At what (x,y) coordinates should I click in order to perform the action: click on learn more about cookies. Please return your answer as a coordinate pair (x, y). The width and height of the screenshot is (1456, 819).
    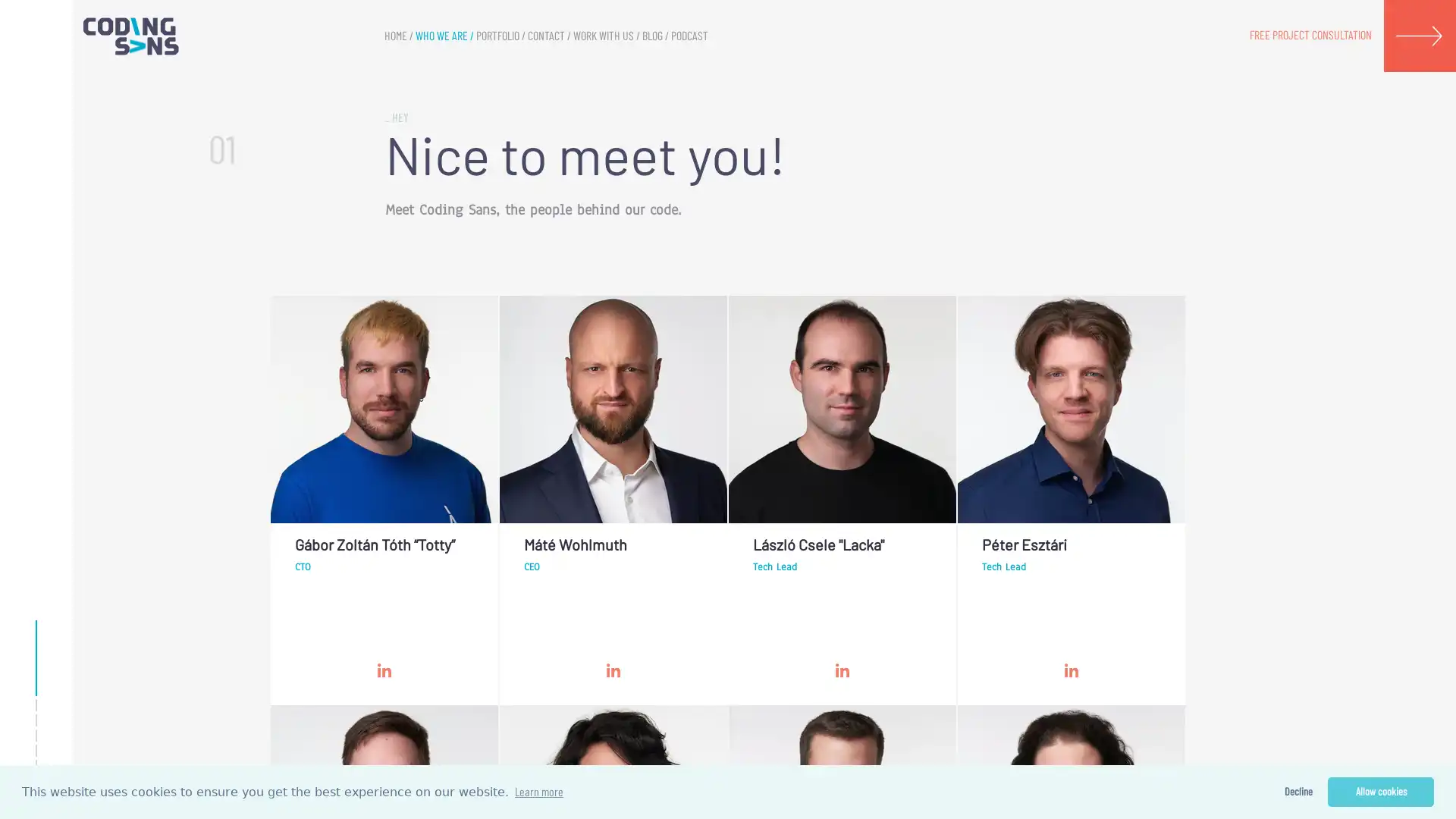
    Looking at the image, I should click on (538, 791).